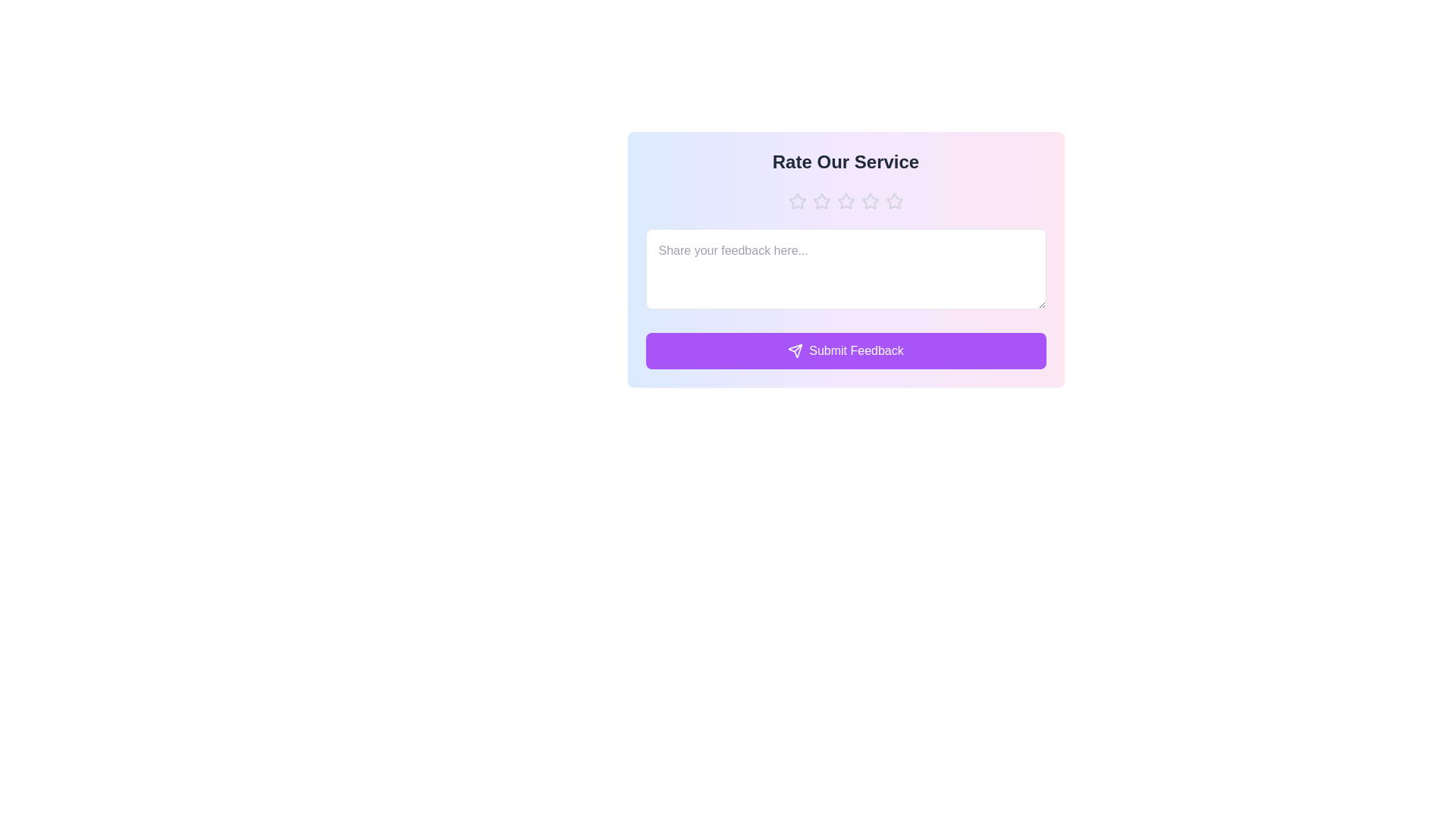 The image size is (1456, 819). I want to click on the rating to 2 stars by clicking the corresponding star button, so click(821, 201).